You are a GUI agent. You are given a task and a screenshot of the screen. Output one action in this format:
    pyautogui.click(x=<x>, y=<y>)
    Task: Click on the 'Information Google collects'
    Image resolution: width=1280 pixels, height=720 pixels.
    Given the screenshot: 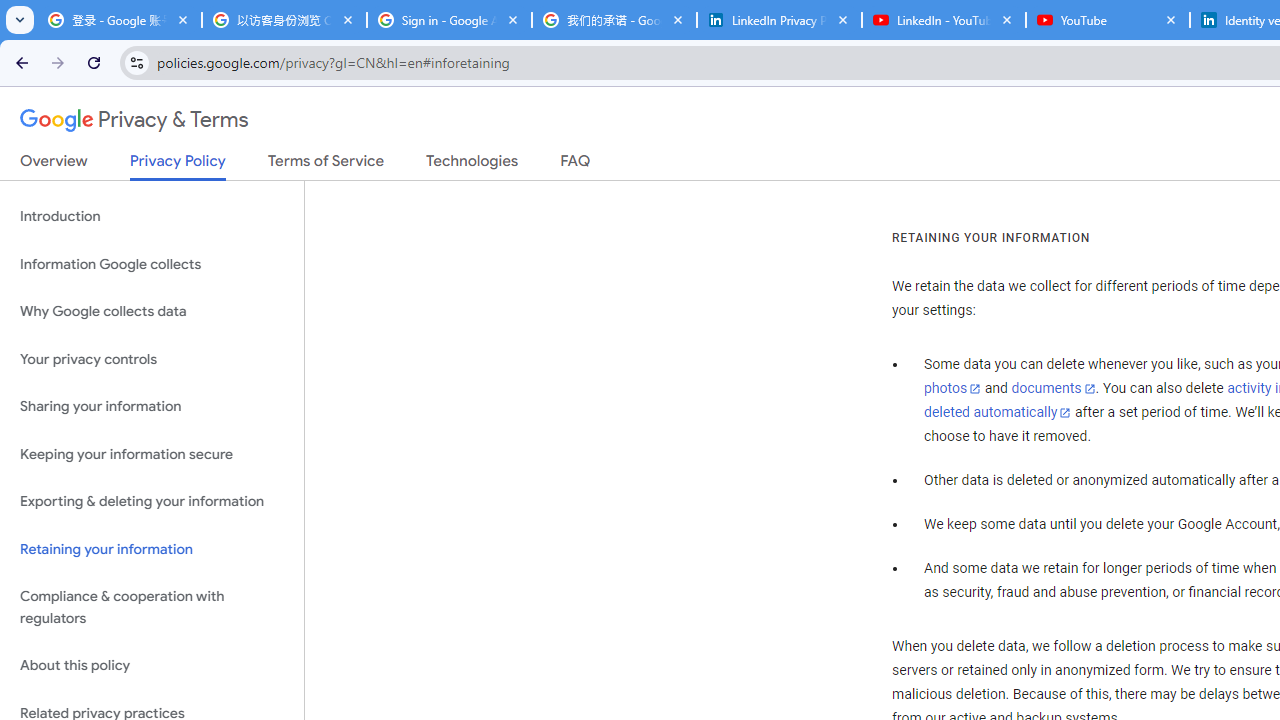 What is the action you would take?
    pyautogui.click(x=151, y=263)
    